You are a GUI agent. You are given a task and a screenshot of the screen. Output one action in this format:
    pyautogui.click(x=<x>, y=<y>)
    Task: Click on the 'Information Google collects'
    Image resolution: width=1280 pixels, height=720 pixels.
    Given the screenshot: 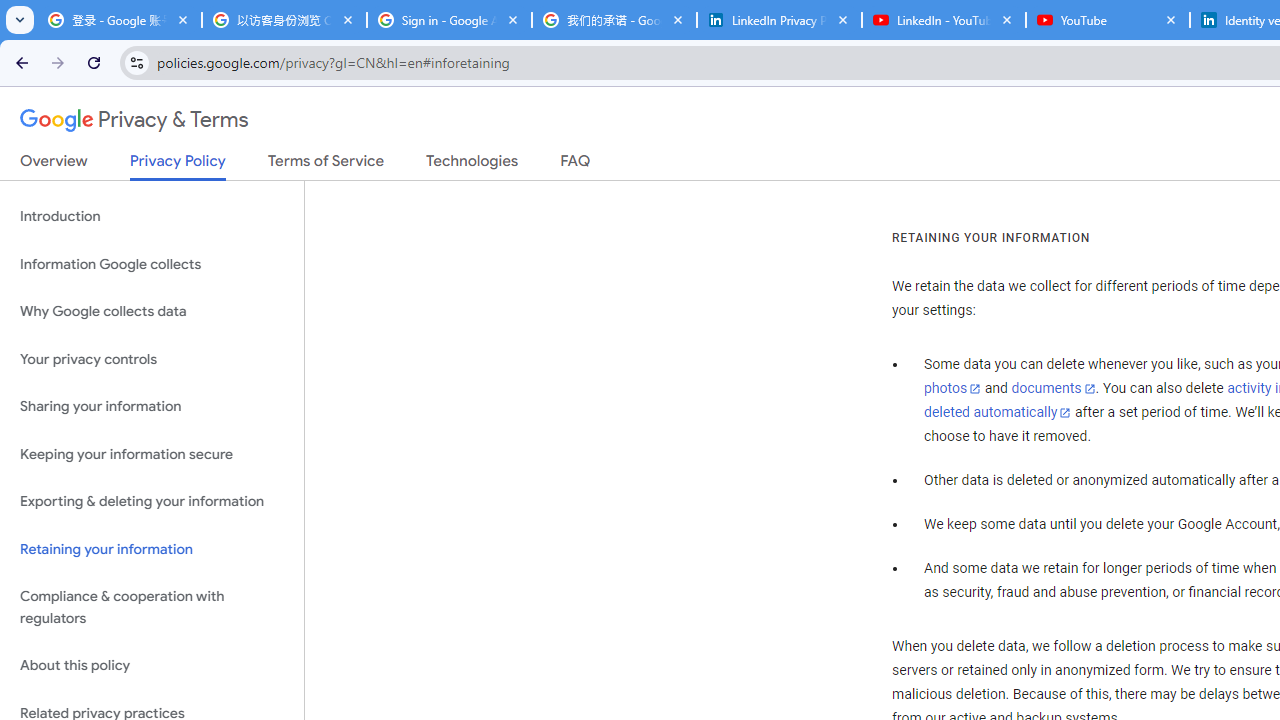 What is the action you would take?
    pyautogui.click(x=151, y=263)
    